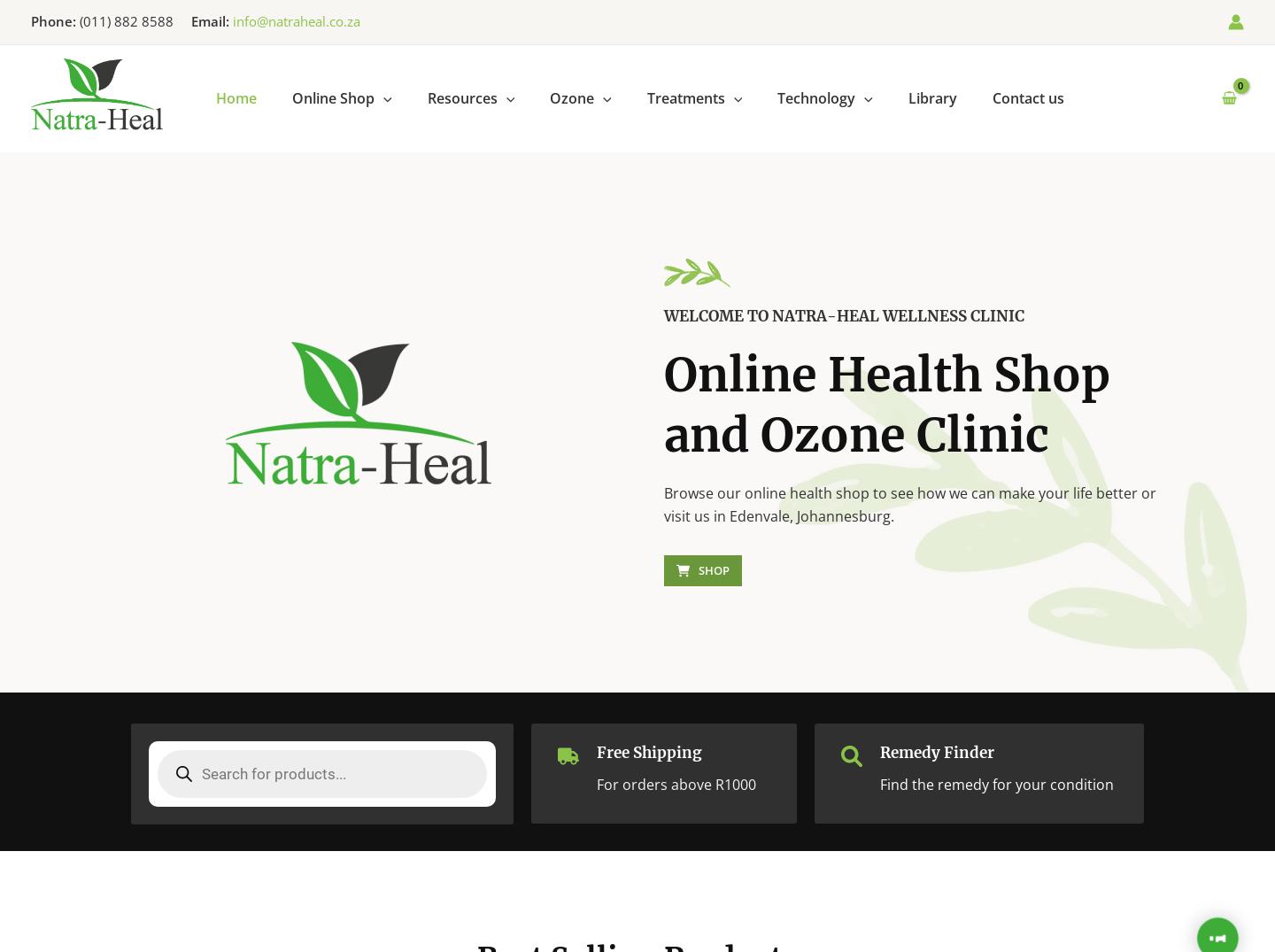 Image resolution: width=1275 pixels, height=952 pixels. Describe the element at coordinates (648, 753) in the screenshot. I see `'Free Shipping'` at that location.